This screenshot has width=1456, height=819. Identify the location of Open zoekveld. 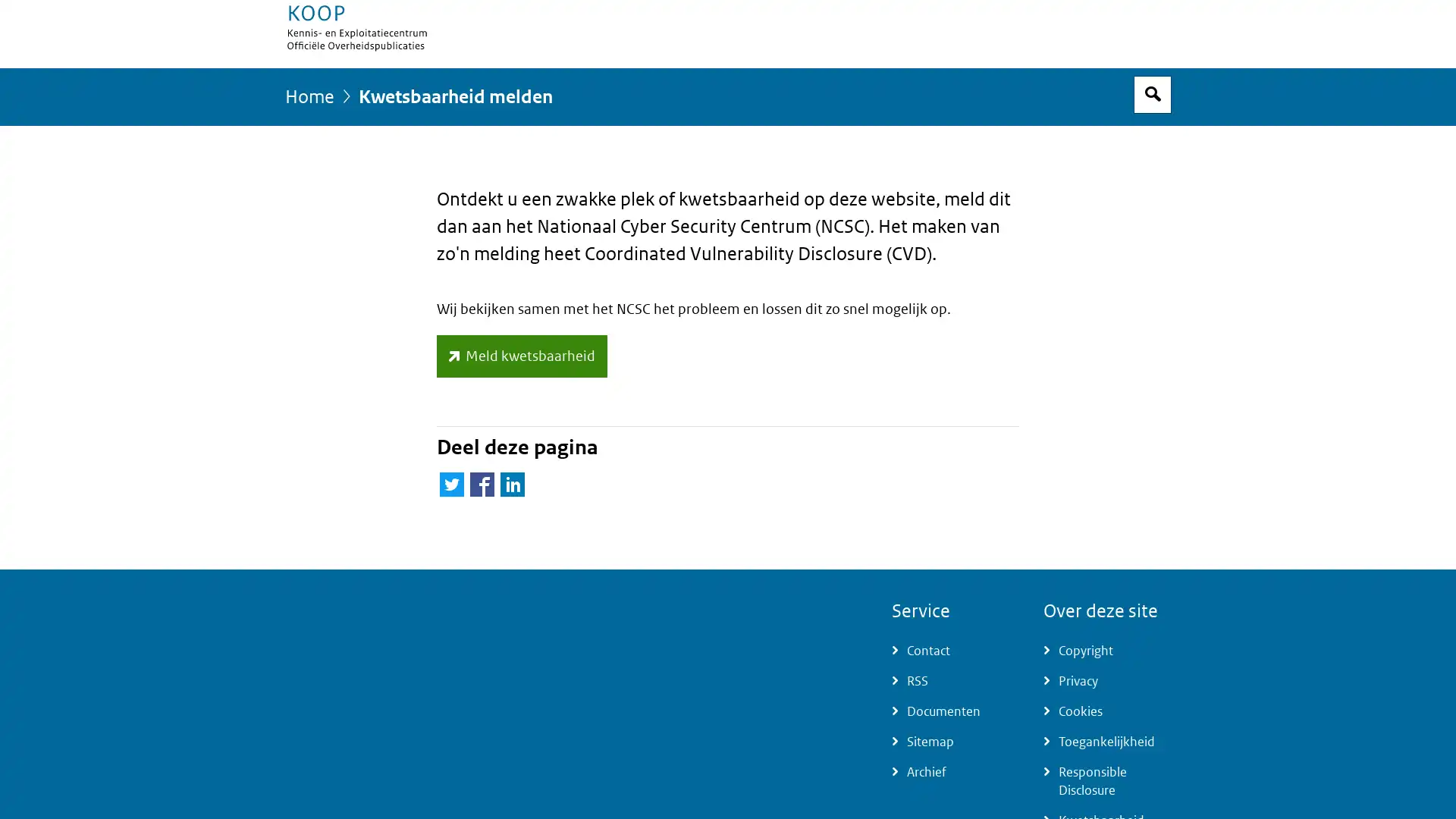
(1153, 94).